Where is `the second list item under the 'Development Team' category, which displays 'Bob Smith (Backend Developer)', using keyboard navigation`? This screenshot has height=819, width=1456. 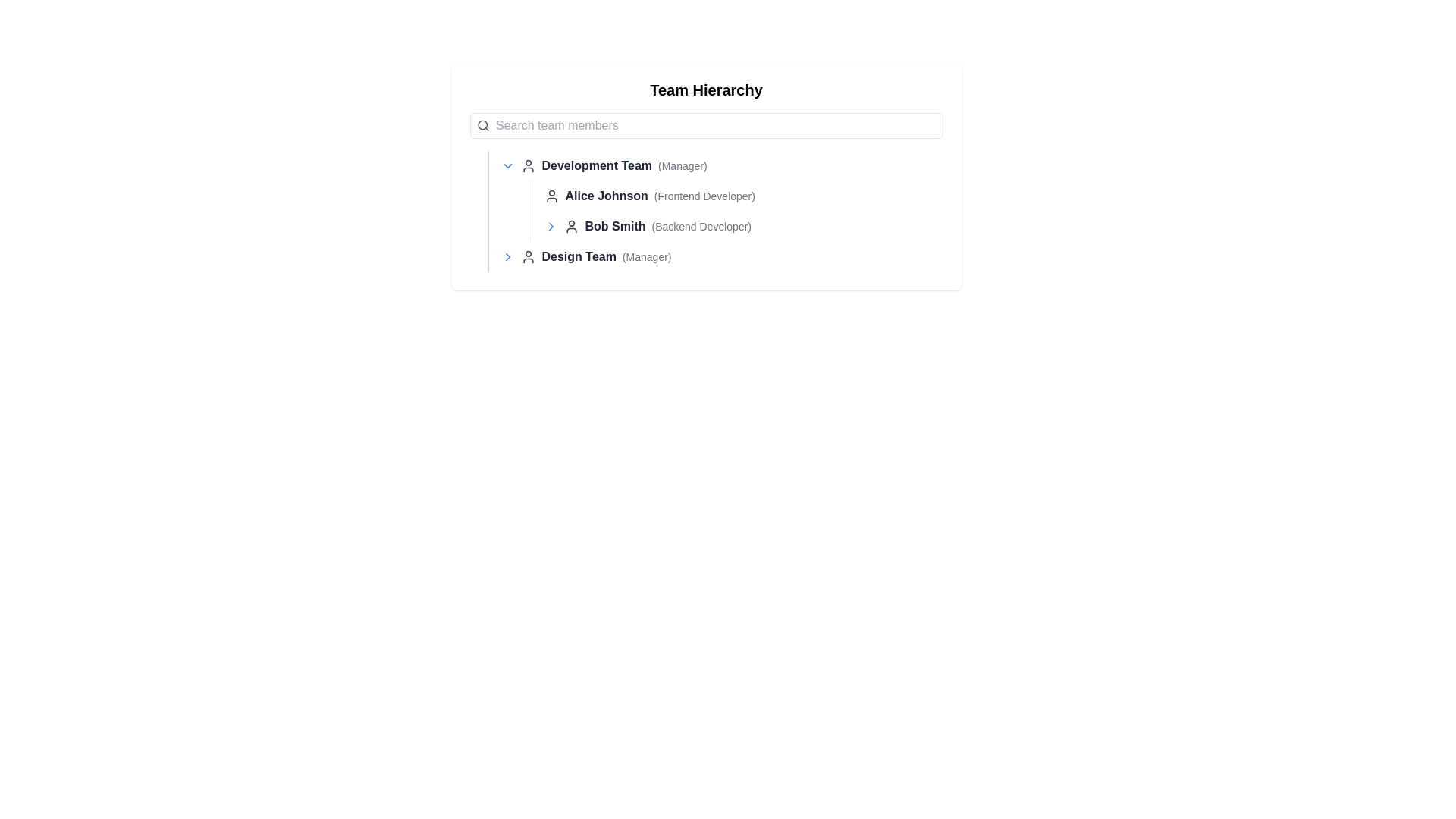
the second list item under the 'Development Team' category, which displays 'Bob Smith (Backend Developer)', using keyboard navigation is located at coordinates (714, 211).